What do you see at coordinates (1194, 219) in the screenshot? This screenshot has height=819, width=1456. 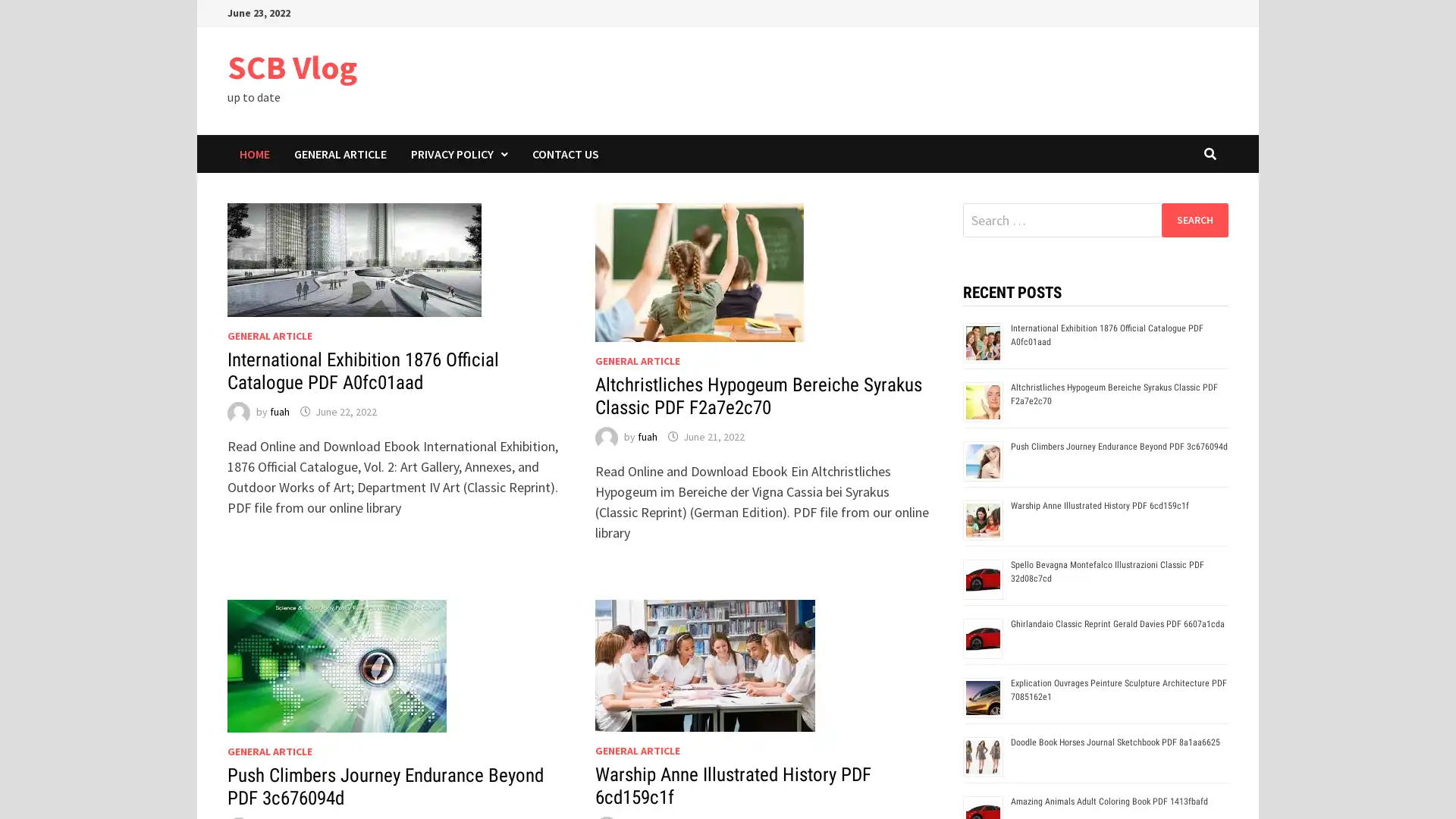 I see `Search` at bounding box center [1194, 219].